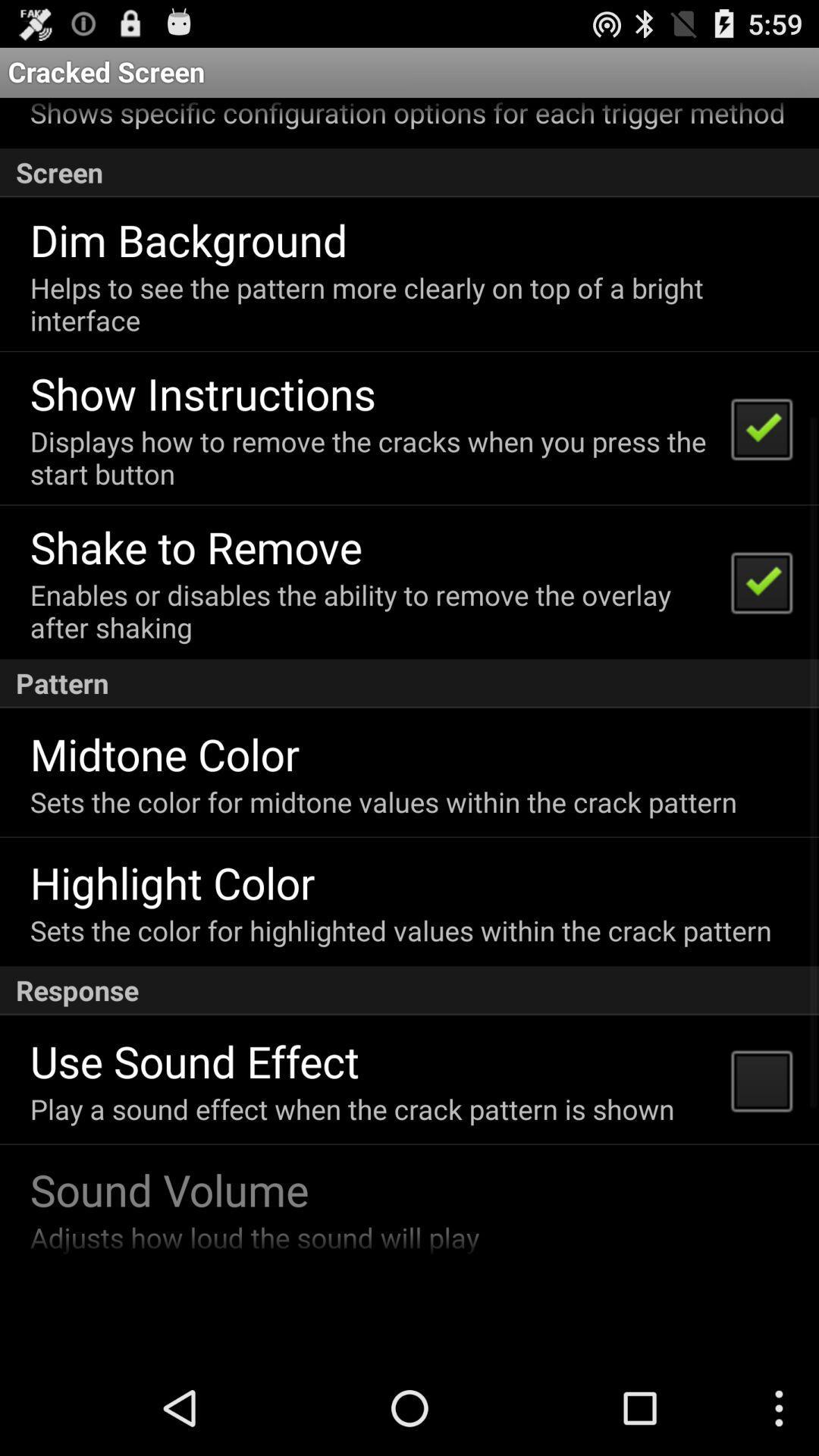 Image resolution: width=819 pixels, height=1456 pixels. I want to click on the item below screen icon, so click(188, 239).